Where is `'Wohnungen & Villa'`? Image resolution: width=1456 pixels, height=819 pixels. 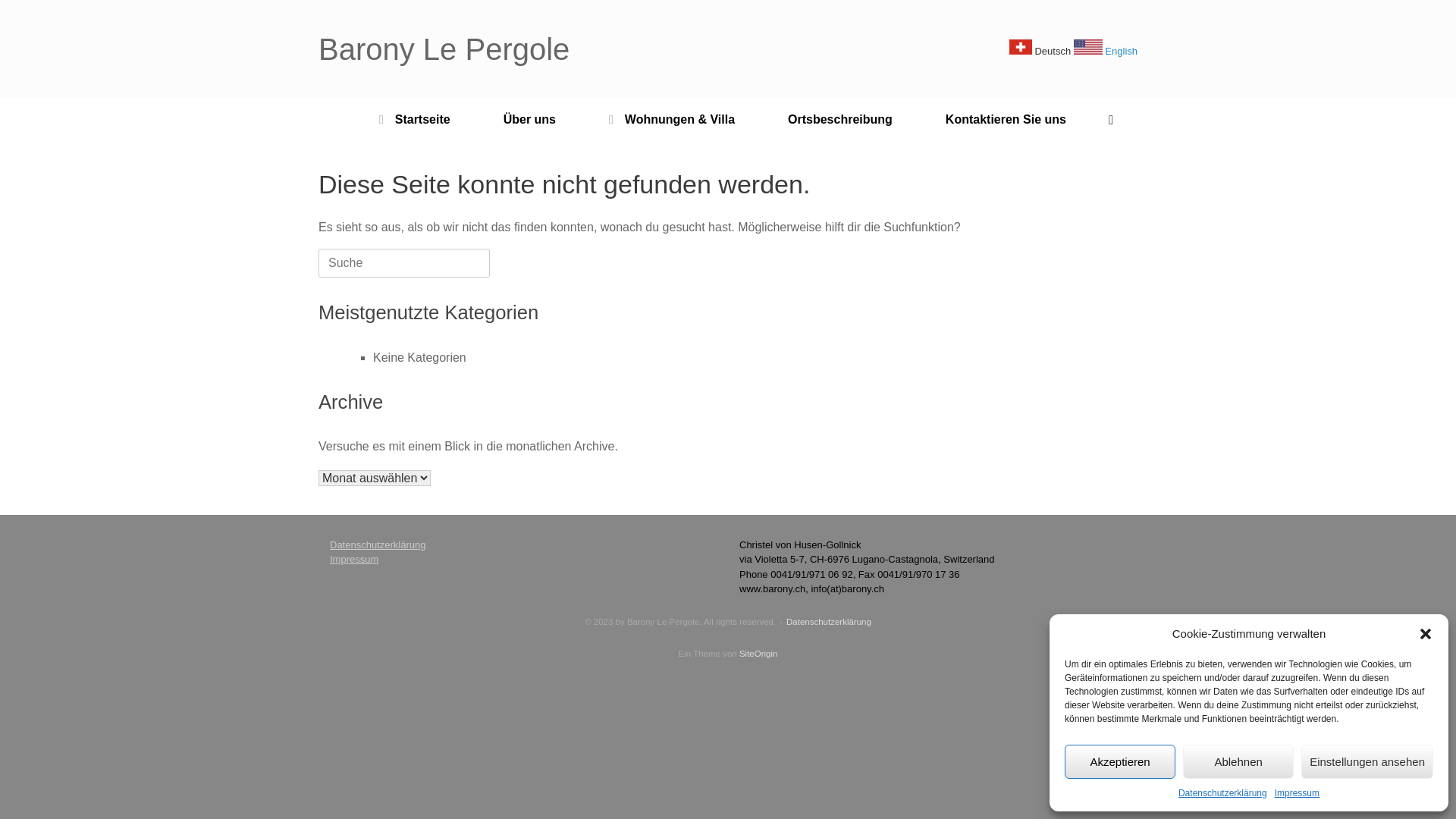
'Wohnungen & Villa' is located at coordinates (671, 119).